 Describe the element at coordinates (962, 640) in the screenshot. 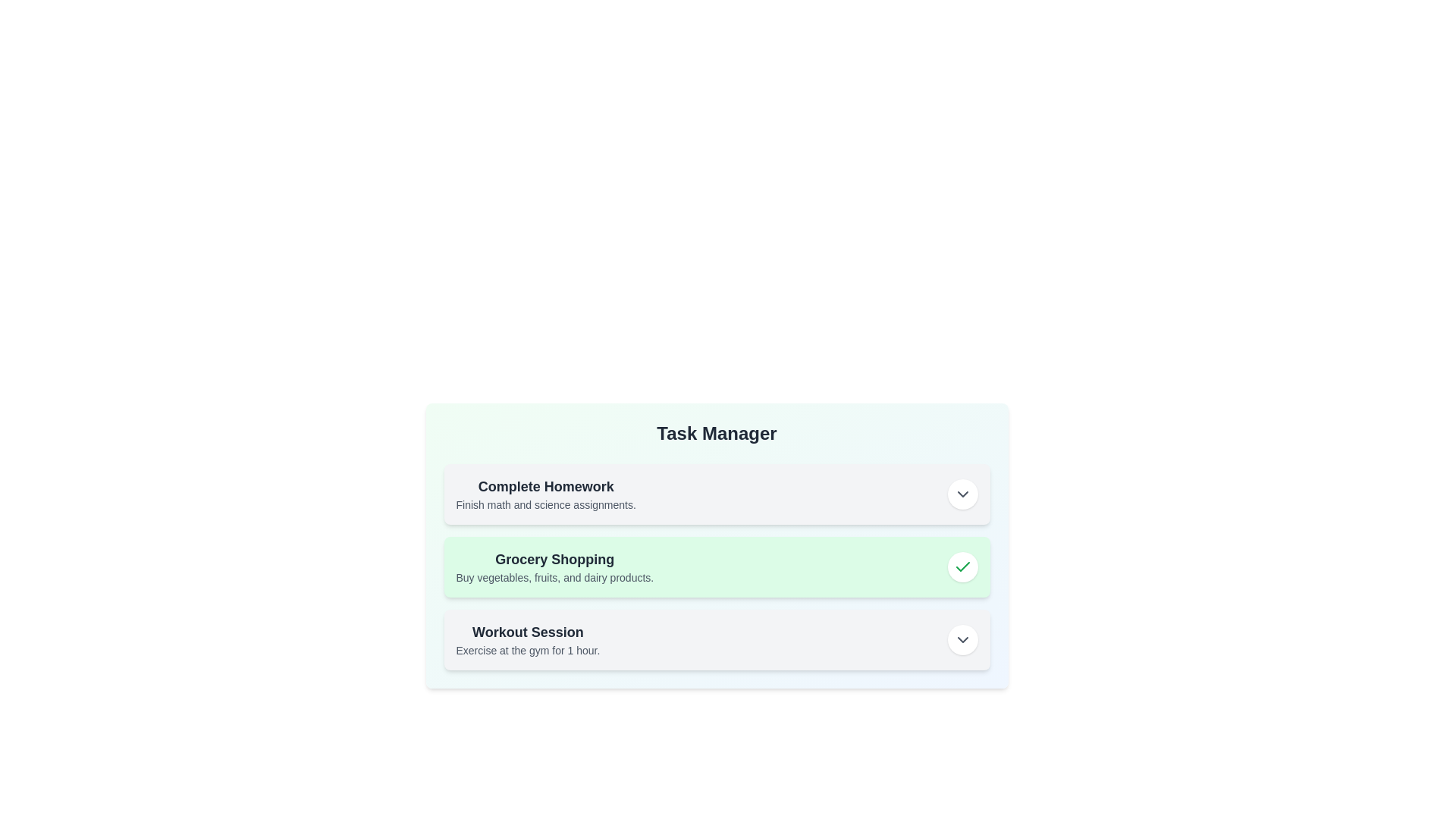

I see `the toggle button for the task 'Workout Session'` at that location.